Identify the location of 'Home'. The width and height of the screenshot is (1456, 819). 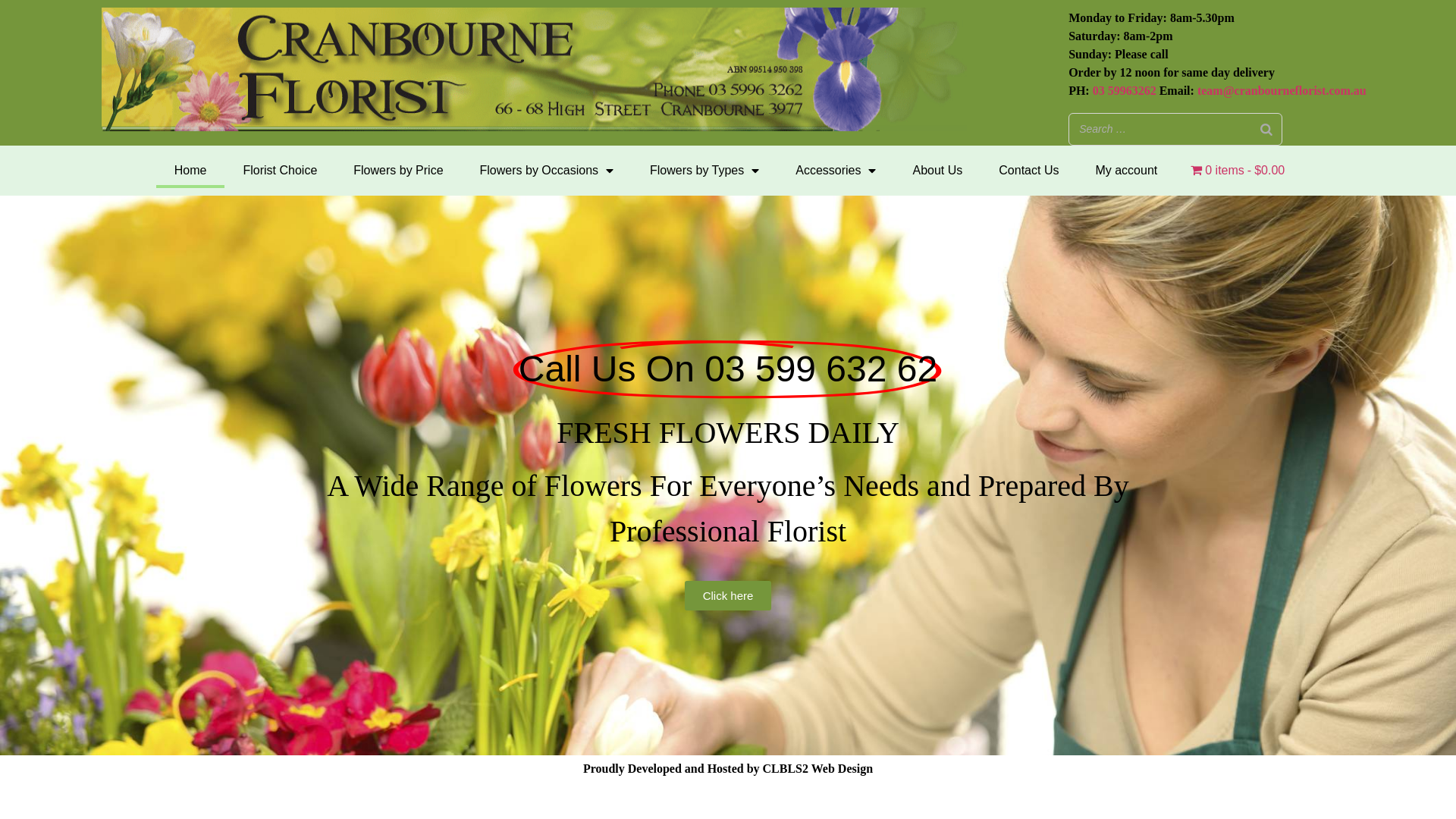
(190, 170).